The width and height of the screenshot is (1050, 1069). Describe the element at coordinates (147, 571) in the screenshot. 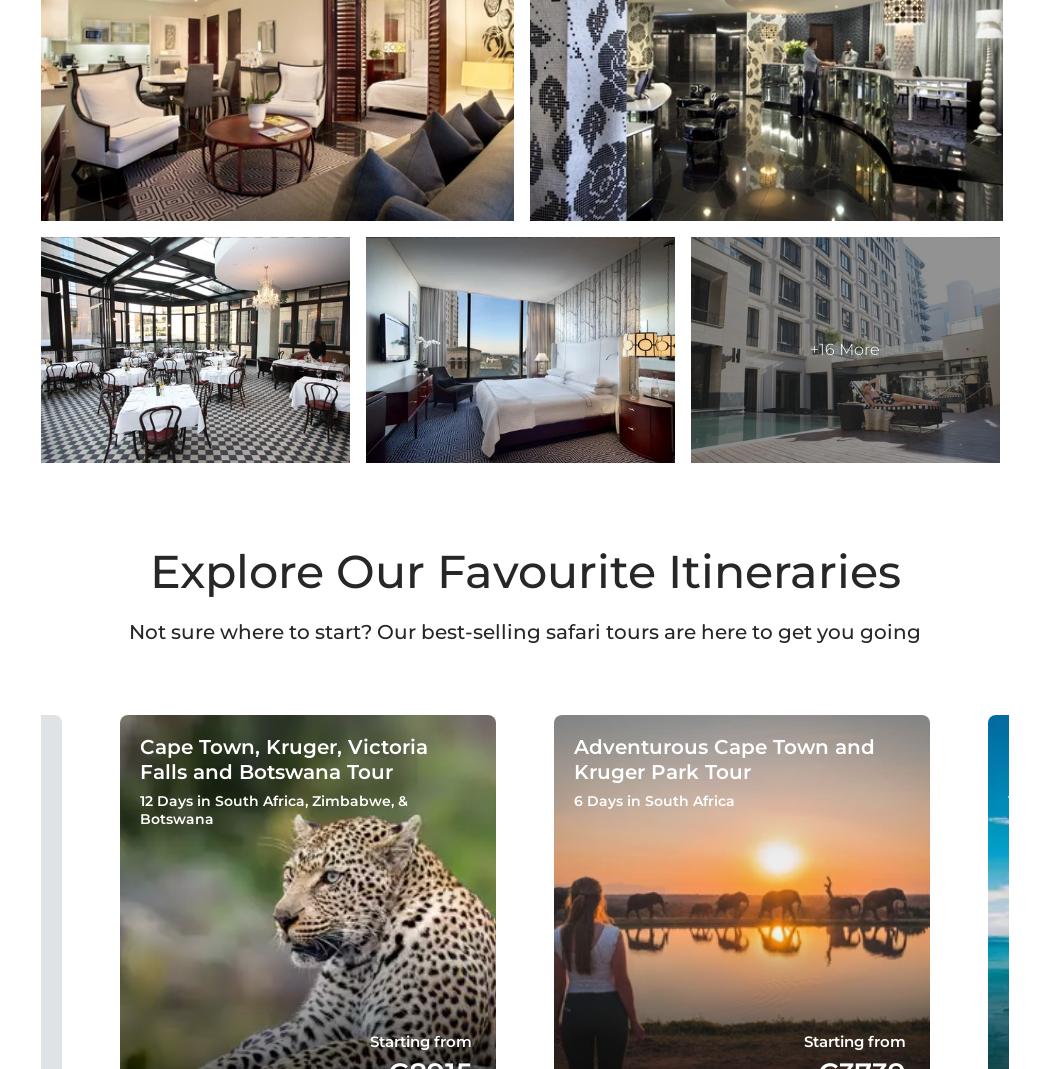

I see `'Explore Our Favourite Itineraries'` at that location.